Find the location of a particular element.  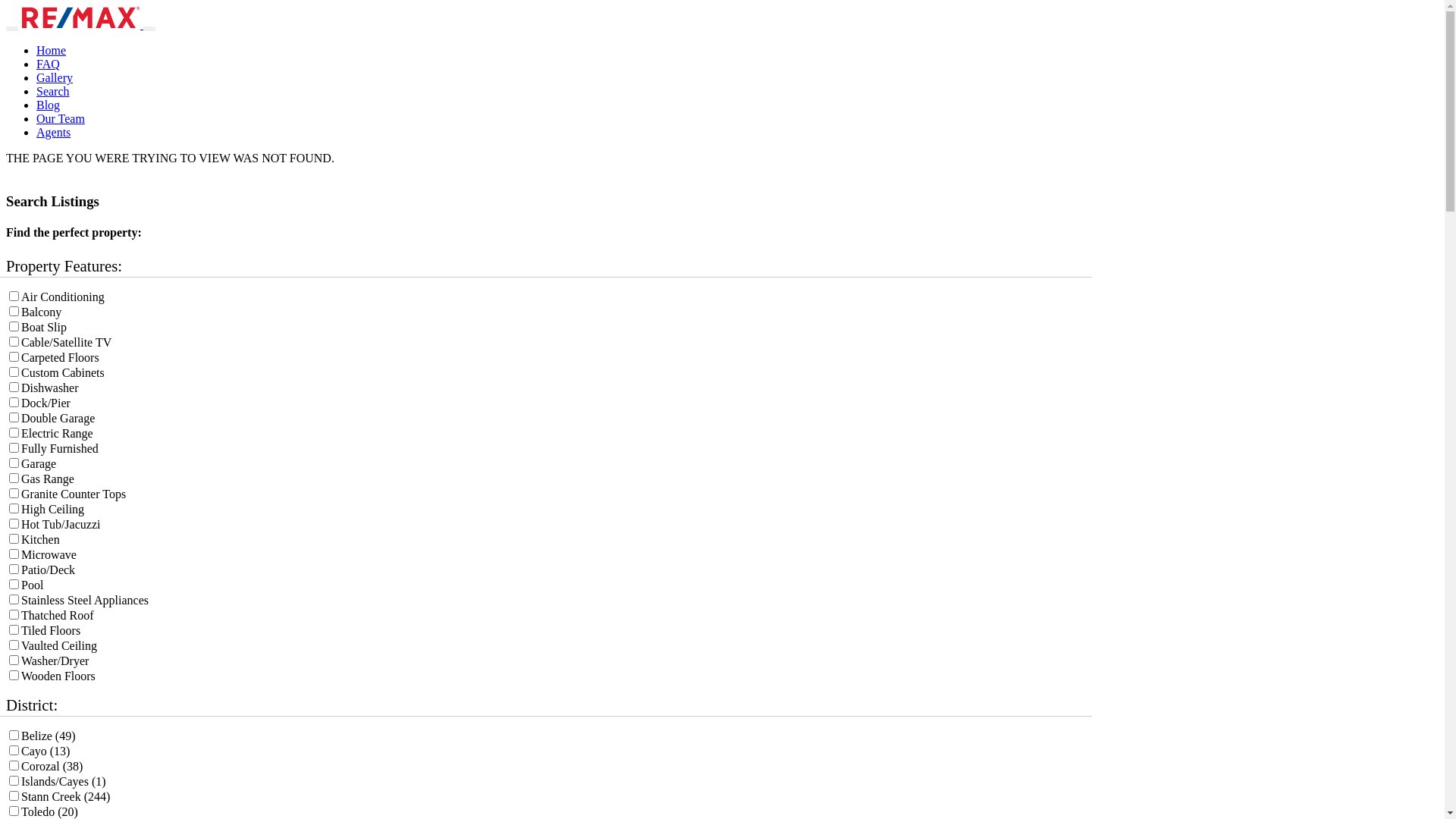

'Blog' is located at coordinates (36, 104).